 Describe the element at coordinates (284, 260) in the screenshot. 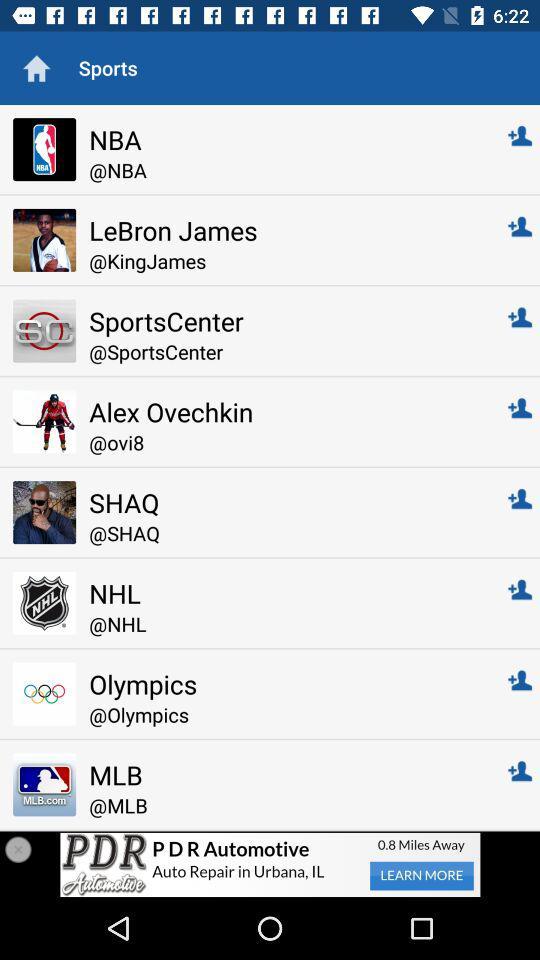

I see `the icon below the lebron james` at that location.